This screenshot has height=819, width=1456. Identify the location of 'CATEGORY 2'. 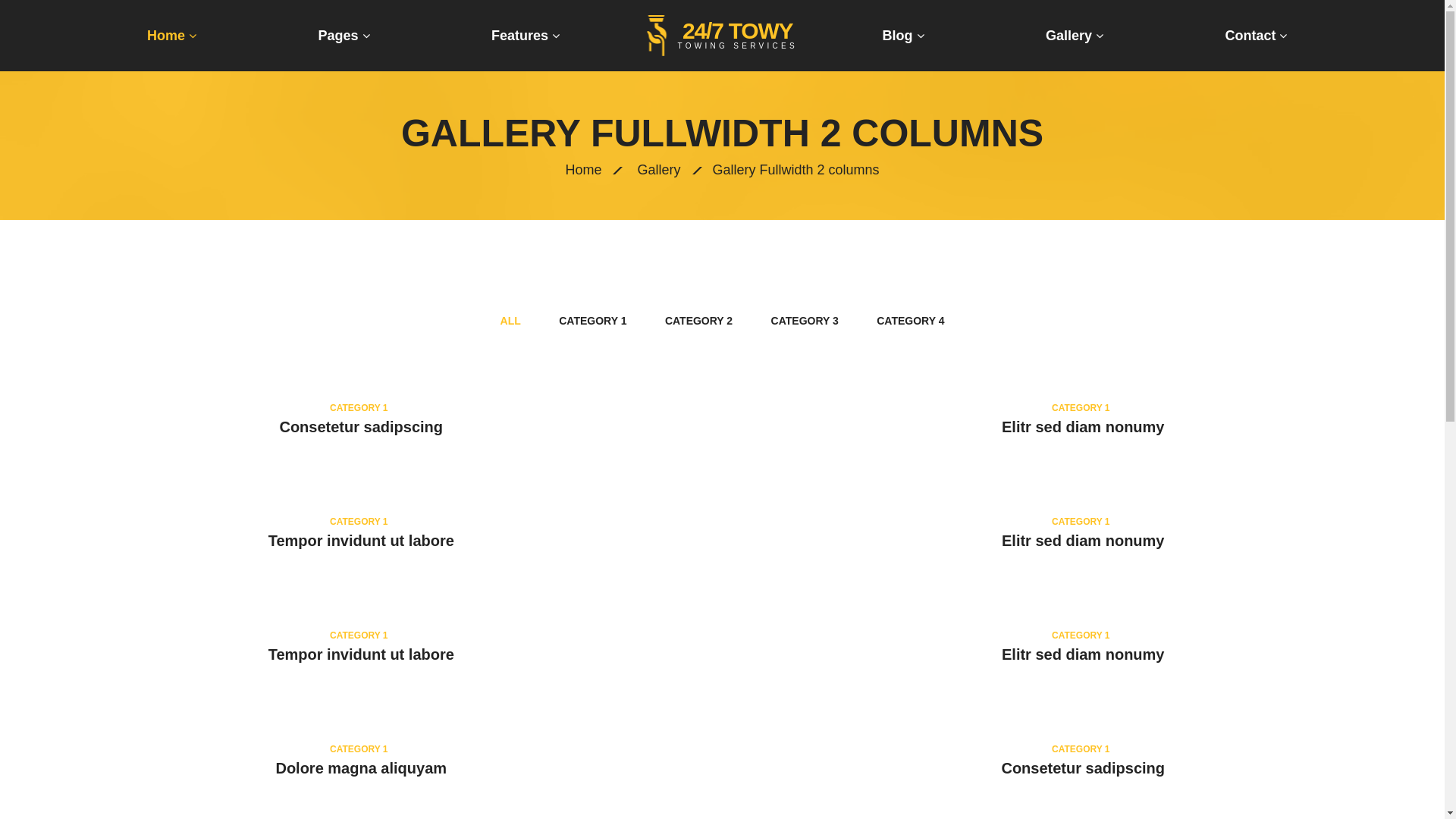
(698, 320).